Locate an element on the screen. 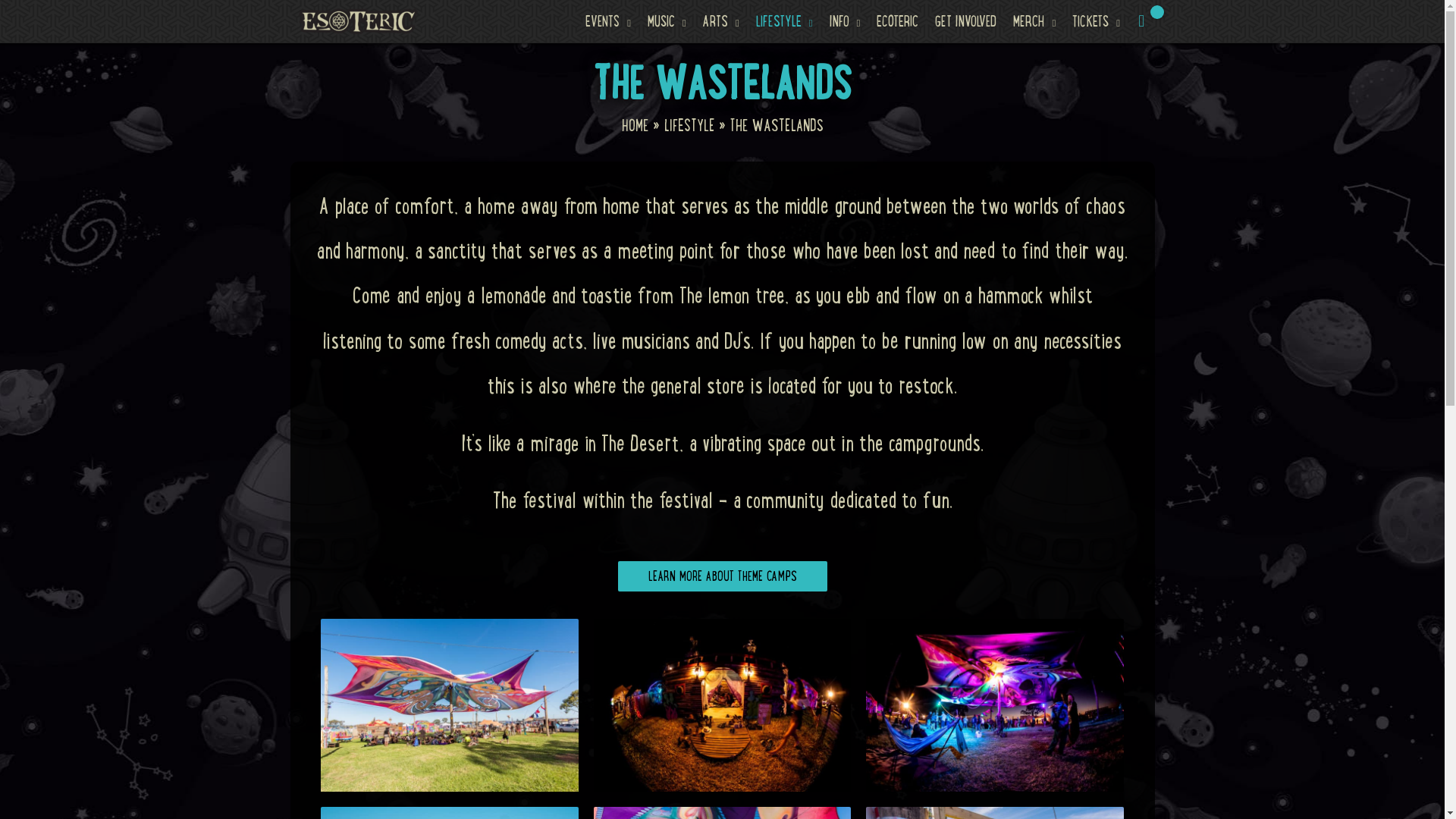 This screenshot has height=819, width=1456. 'MERCH' is located at coordinates (1033, 20).